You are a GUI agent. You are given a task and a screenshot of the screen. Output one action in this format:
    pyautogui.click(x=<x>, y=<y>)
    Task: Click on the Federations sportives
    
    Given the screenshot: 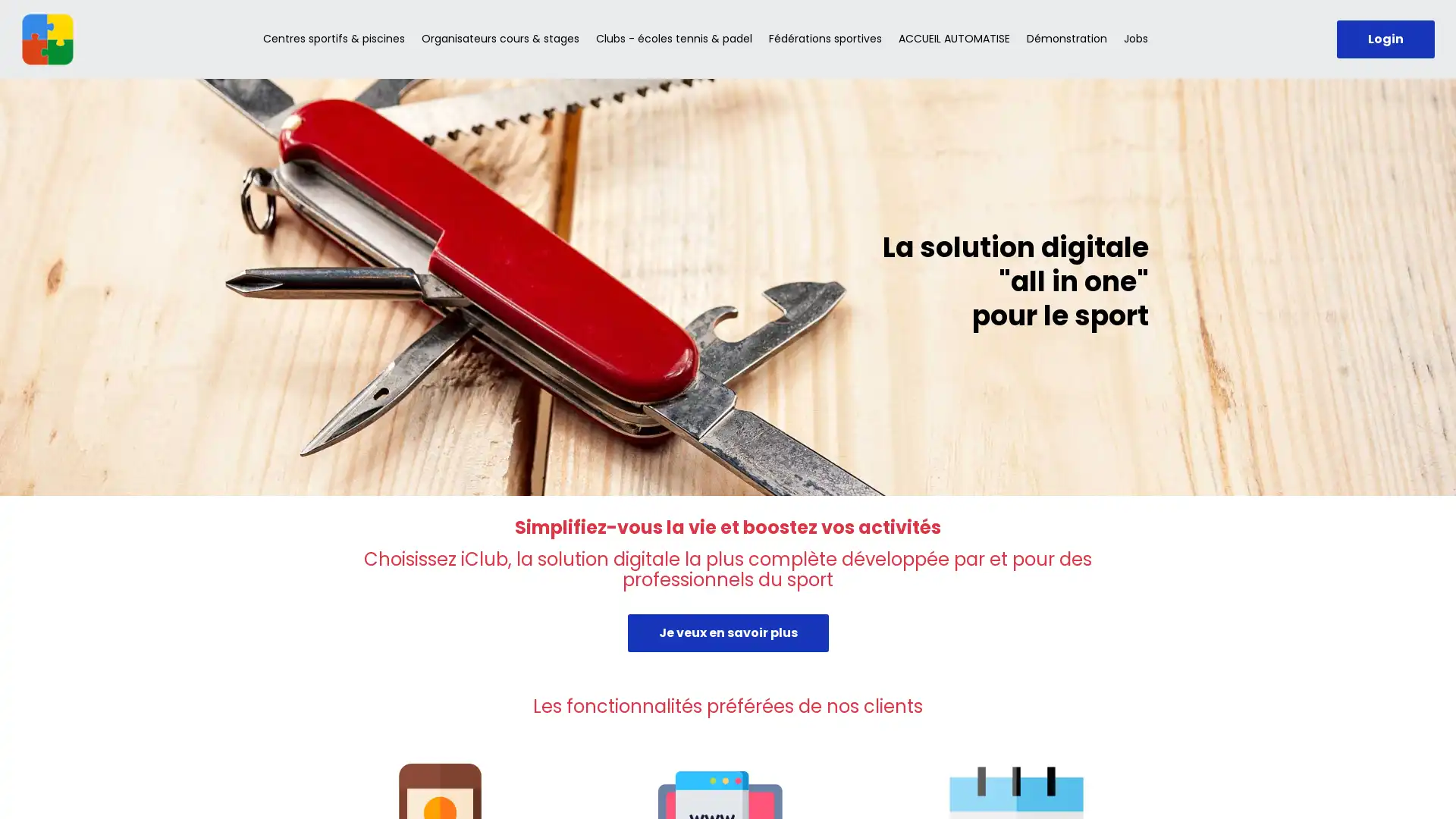 What is the action you would take?
    pyautogui.click(x=824, y=38)
    